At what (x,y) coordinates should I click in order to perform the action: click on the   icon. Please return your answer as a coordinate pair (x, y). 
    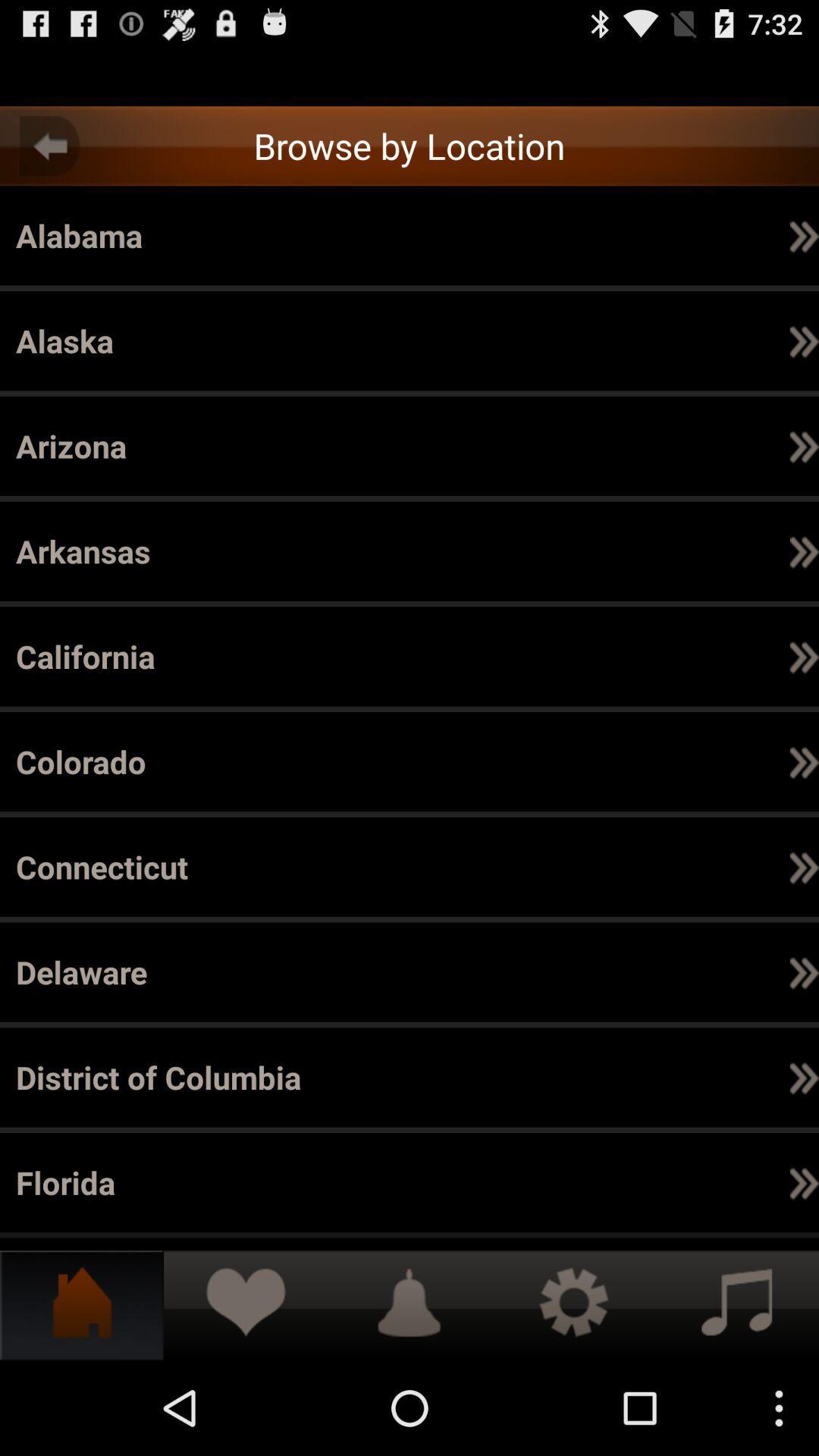
    Looking at the image, I should click on (803, 550).